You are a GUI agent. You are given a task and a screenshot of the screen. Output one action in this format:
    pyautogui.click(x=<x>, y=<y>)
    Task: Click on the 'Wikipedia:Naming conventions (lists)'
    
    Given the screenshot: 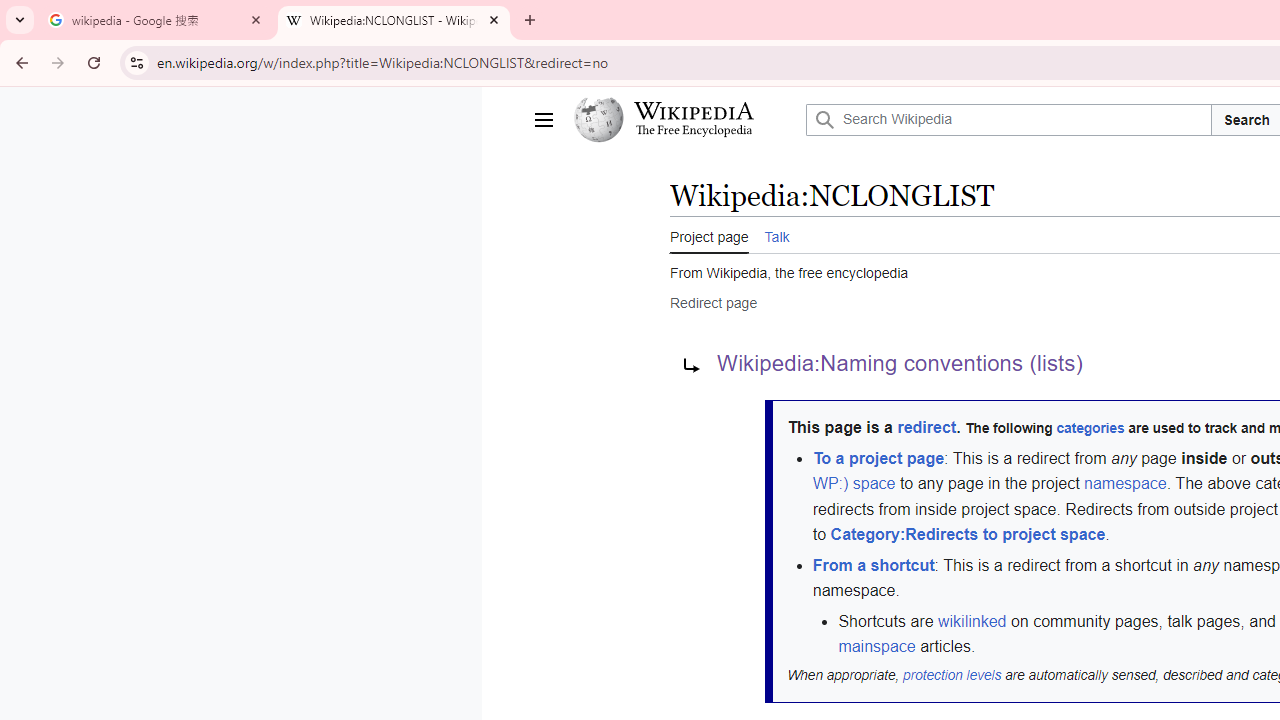 What is the action you would take?
    pyautogui.click(x=899, y=364)
    